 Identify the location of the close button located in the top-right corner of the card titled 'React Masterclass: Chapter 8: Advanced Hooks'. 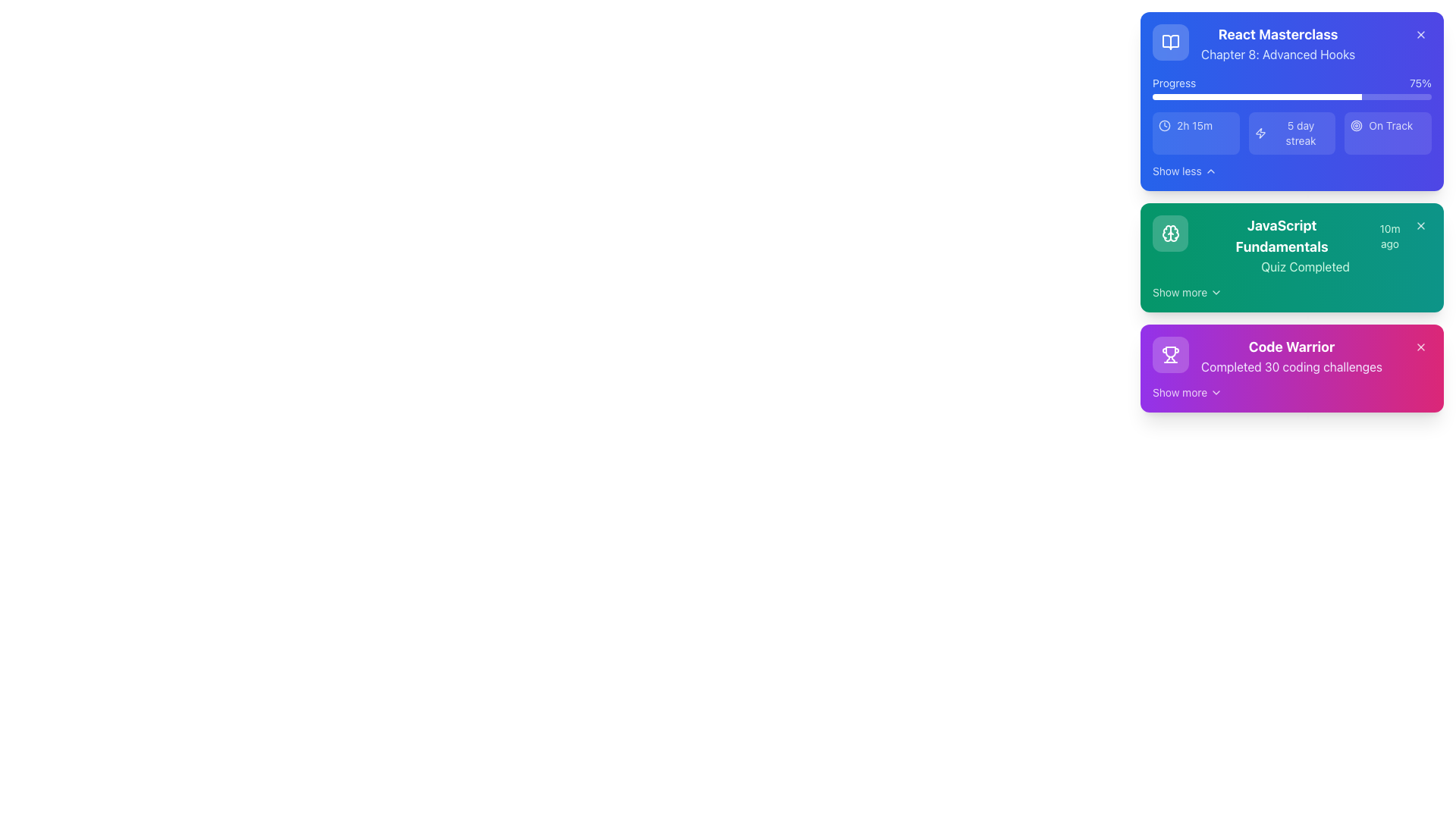
(1420, 34).